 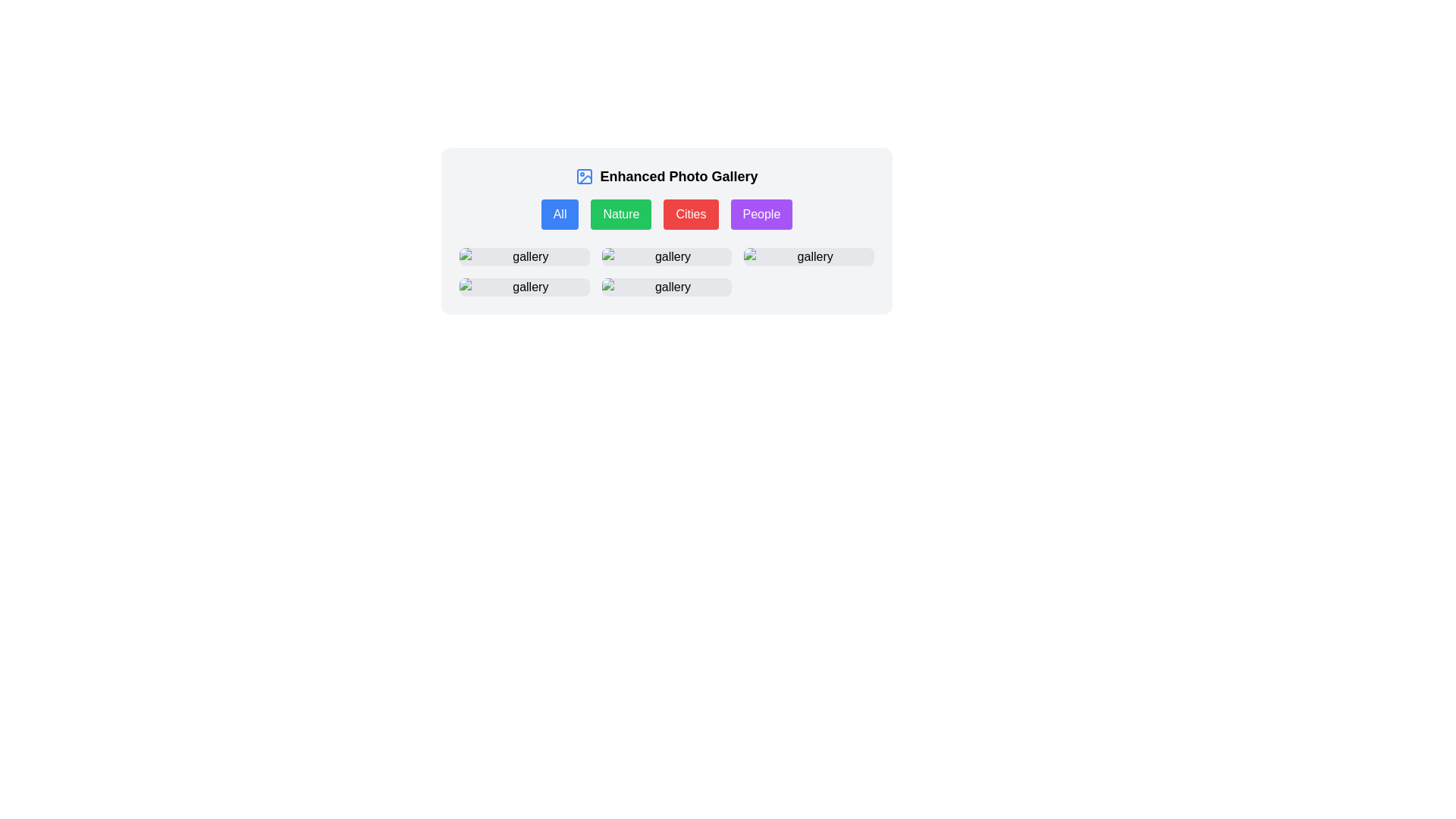 I want to click on the interactive tile in the middle column of the second row that opens a detailed view or triggers an action related to the 'gallery' label, so click(x=667, y=287).